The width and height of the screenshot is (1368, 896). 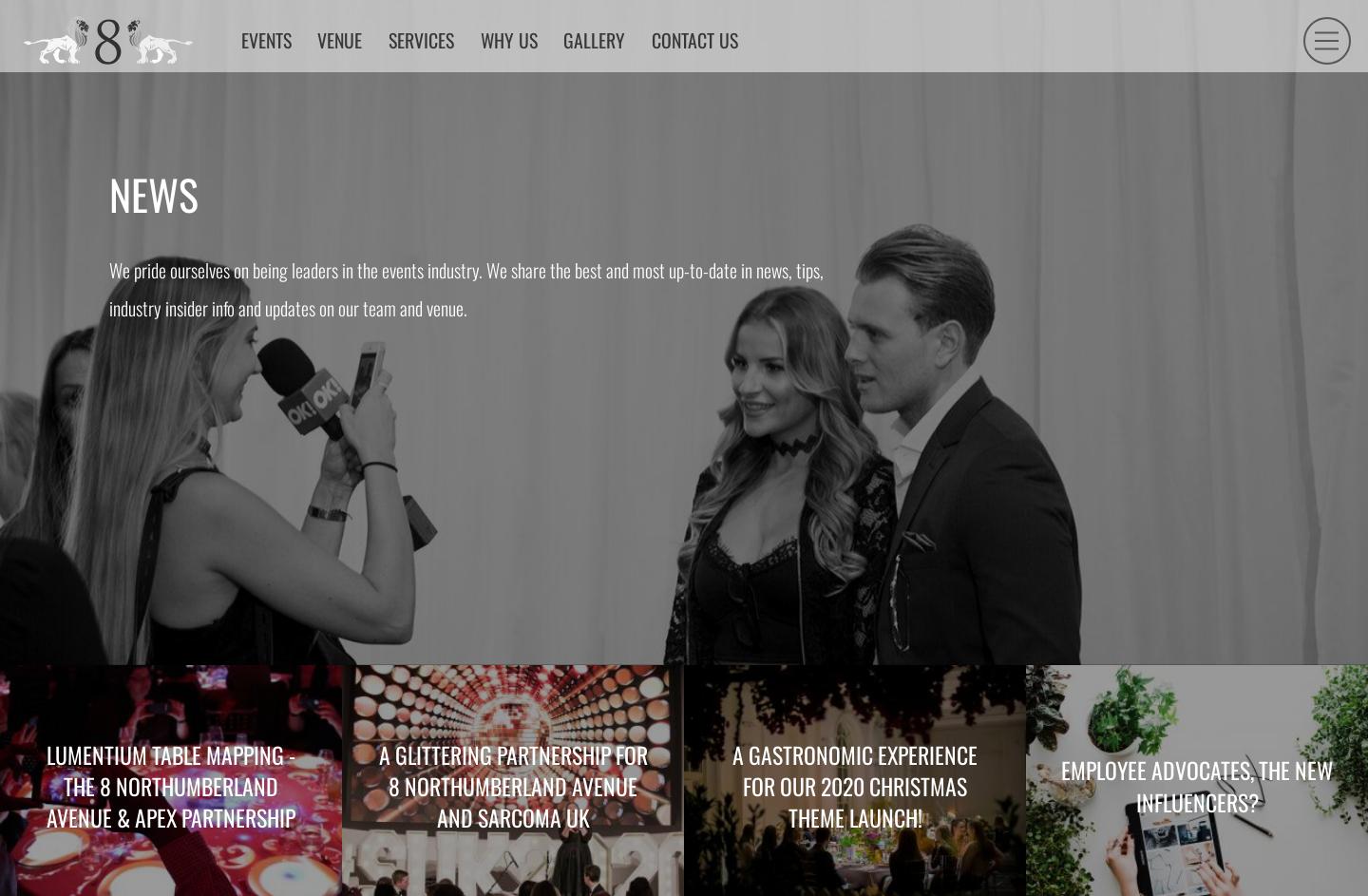 I want to click on 'Why us', so click(x=594, y=89).